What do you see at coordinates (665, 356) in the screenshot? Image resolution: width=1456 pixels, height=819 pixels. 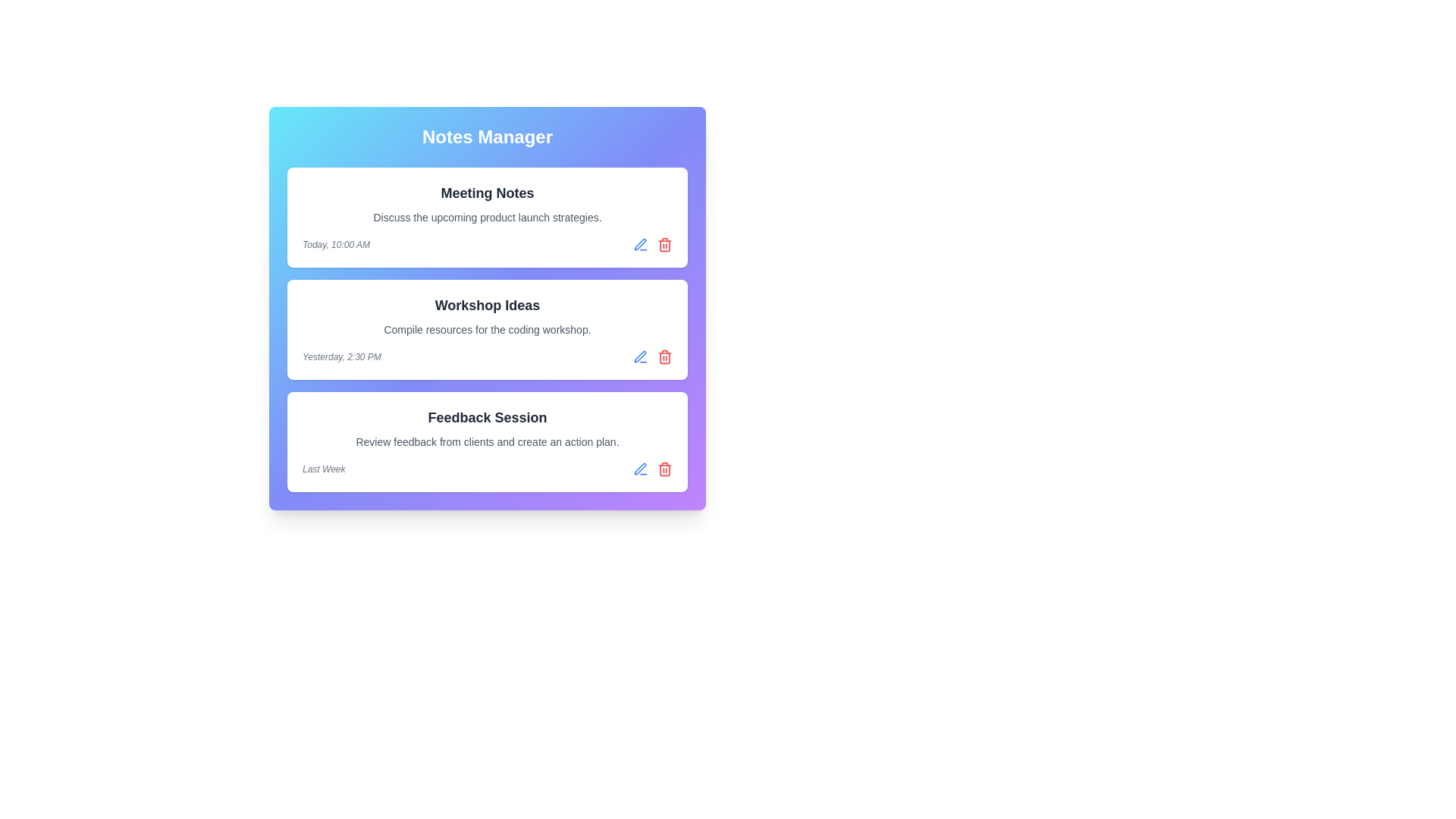 I see `the trash icon of the note titled Workshop Ideas to delete it` at bounding box center [665, 356].